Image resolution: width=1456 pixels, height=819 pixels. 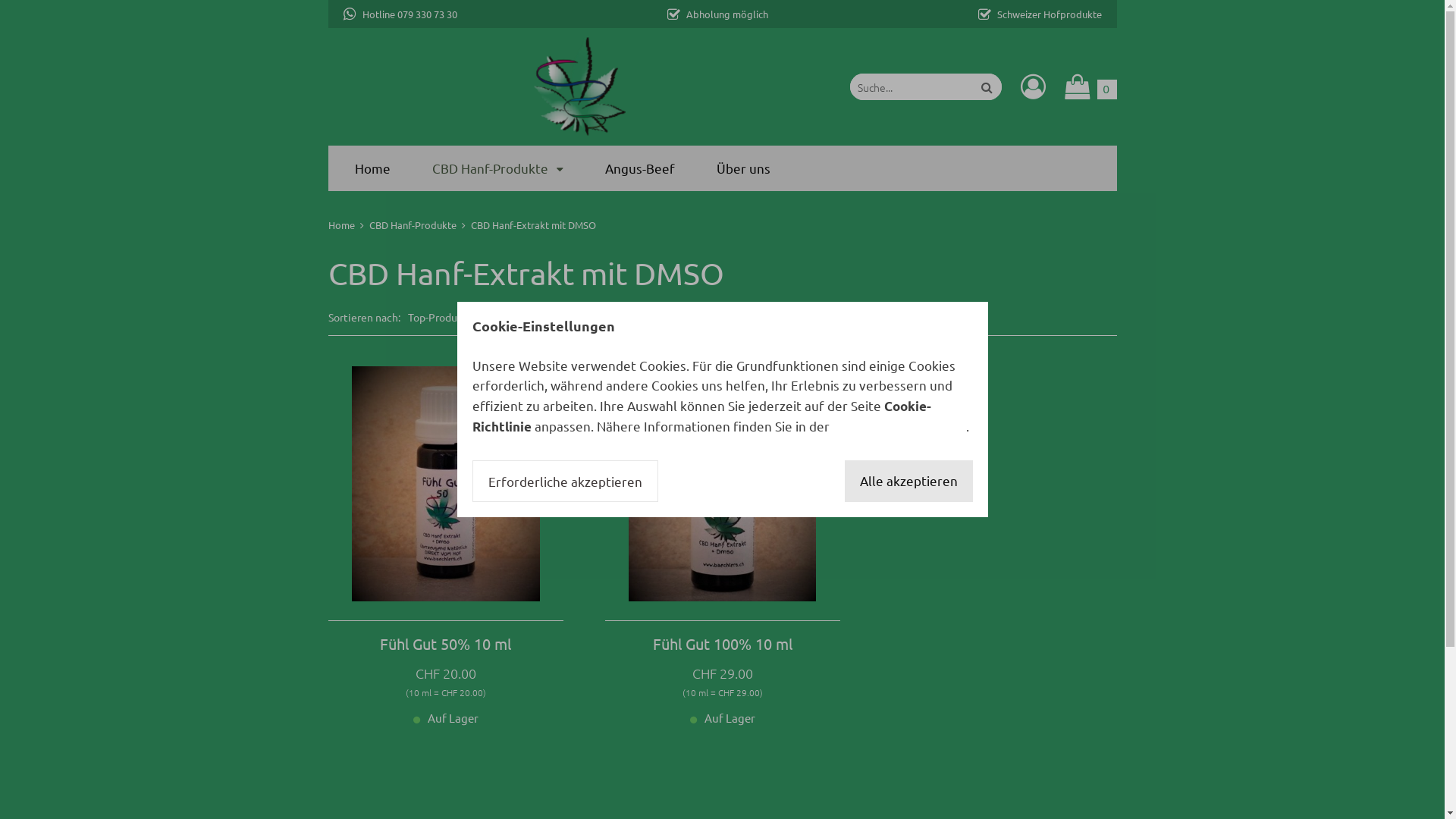 I want to click on 'Home', so click(x=327, y=224).